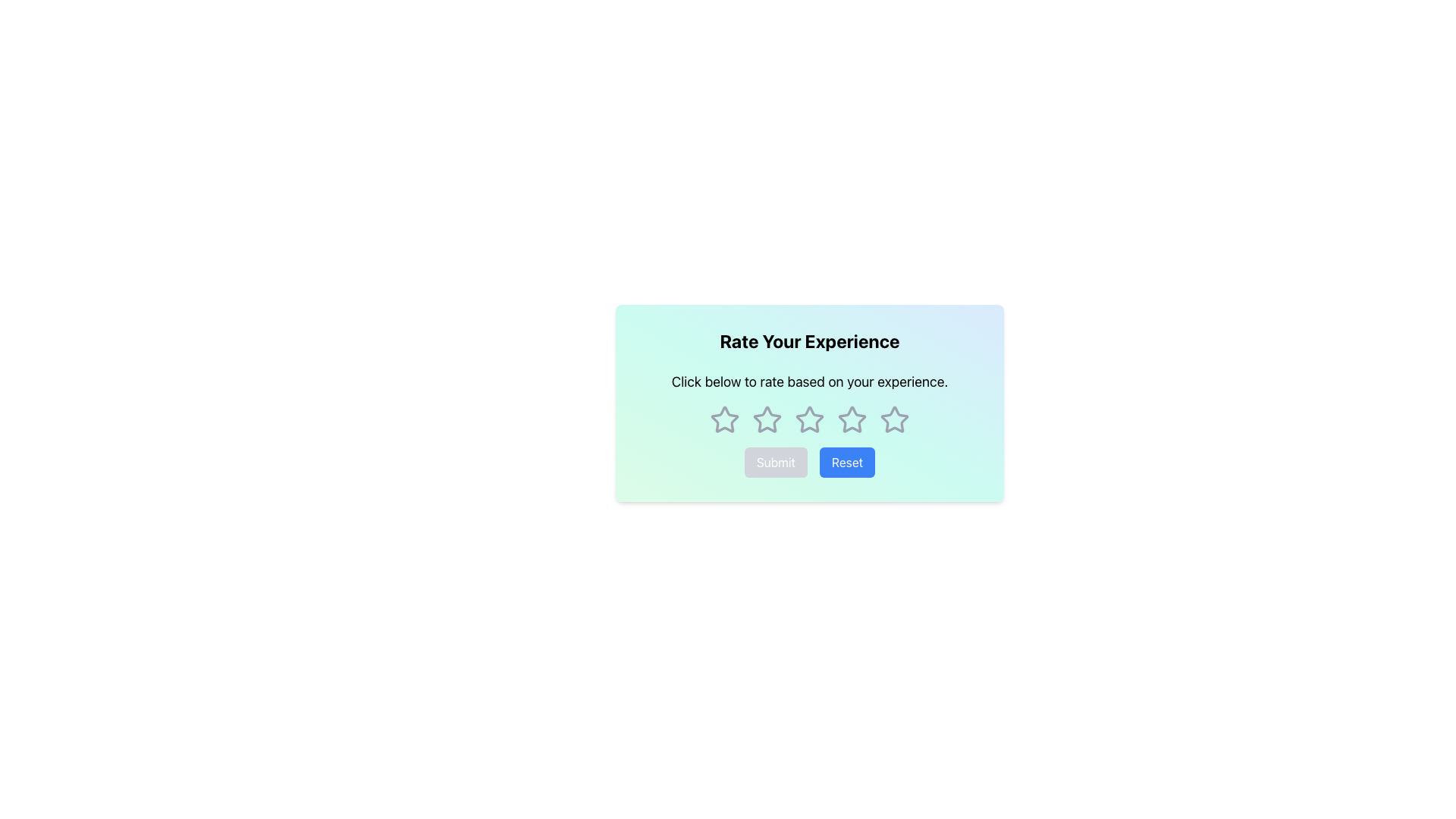 The height and width of the screenshot is (819, 1456). Describe the element at coordinates (809, 419) in the screenshot. I see `the third star icon with a light gray outline` at that location.